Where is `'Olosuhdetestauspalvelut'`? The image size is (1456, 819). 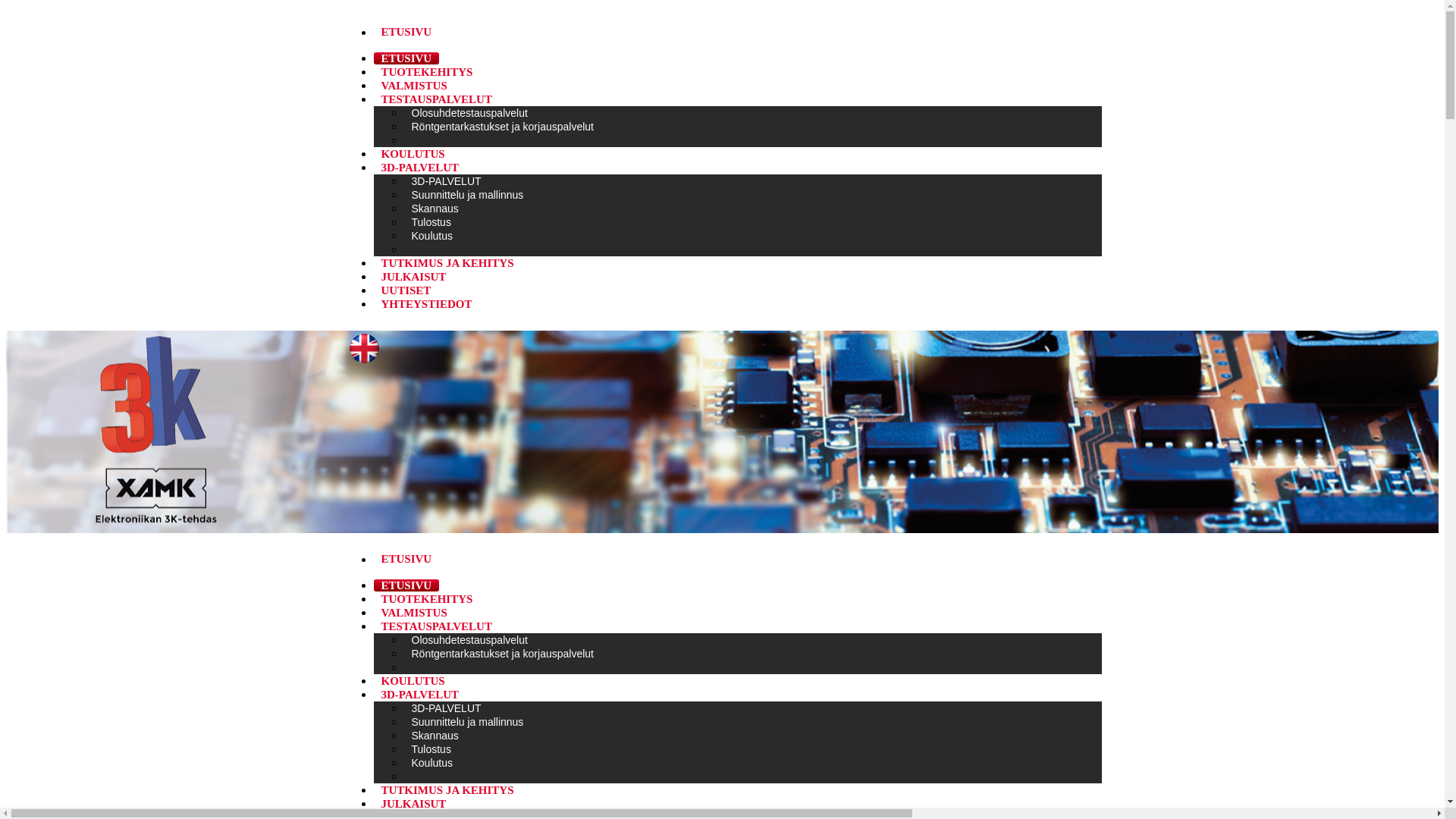
'Olosuhdetestauspalvelut' is located at coordinates (468, 112).